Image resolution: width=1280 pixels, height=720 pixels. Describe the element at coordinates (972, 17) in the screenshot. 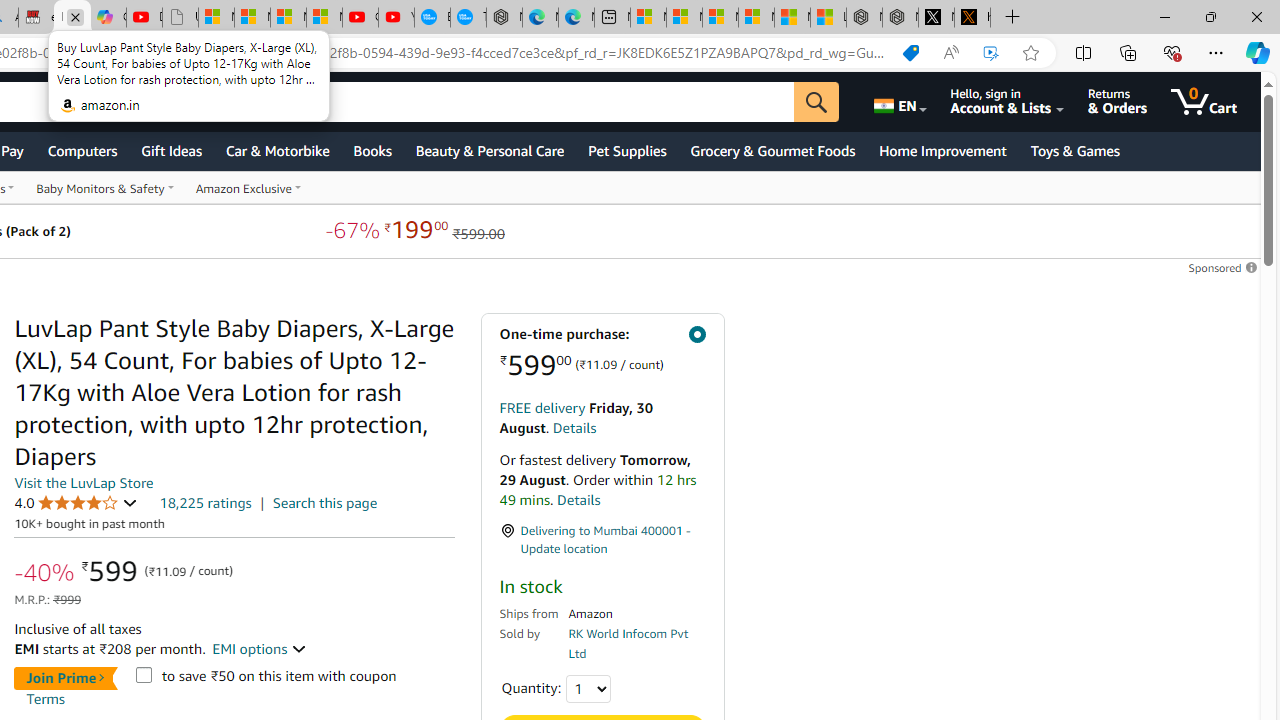

I see `'help.x.com | 524: A timeout occurred'` at that location.